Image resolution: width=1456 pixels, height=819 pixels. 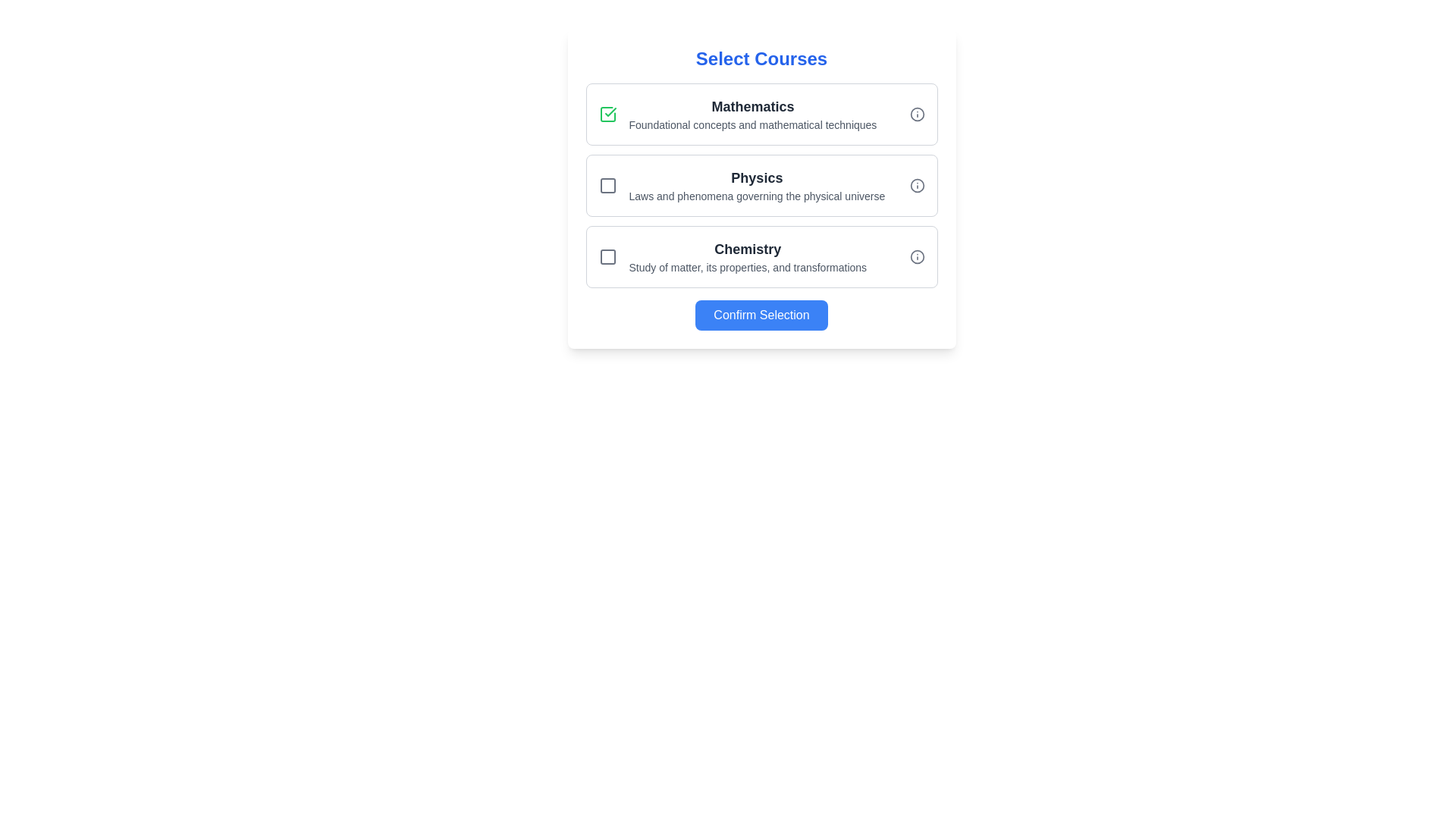 I want to click on the confirmation button located at the bottom of the 'Select Courses' section to provide visual feedback to the user, so click(x=761, y=315).